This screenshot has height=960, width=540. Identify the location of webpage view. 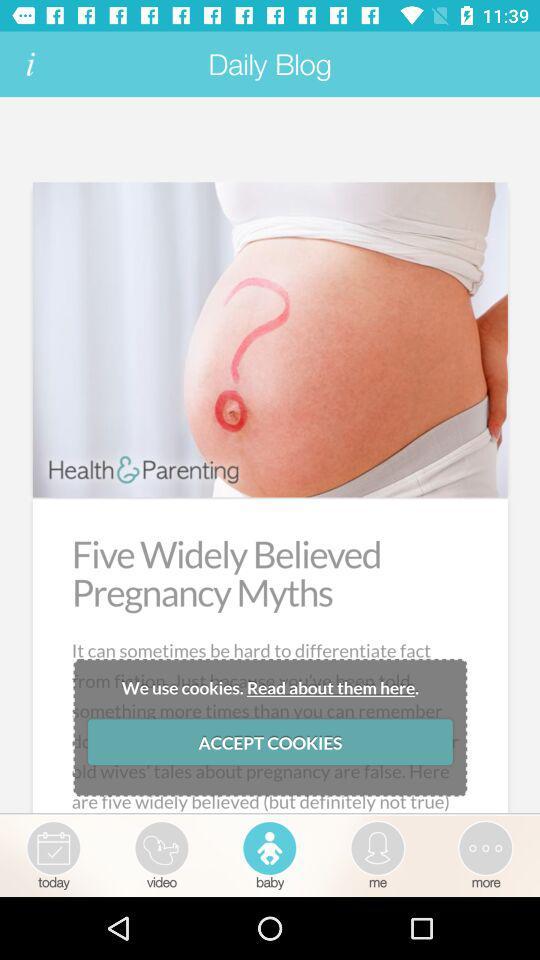
(270, 456).